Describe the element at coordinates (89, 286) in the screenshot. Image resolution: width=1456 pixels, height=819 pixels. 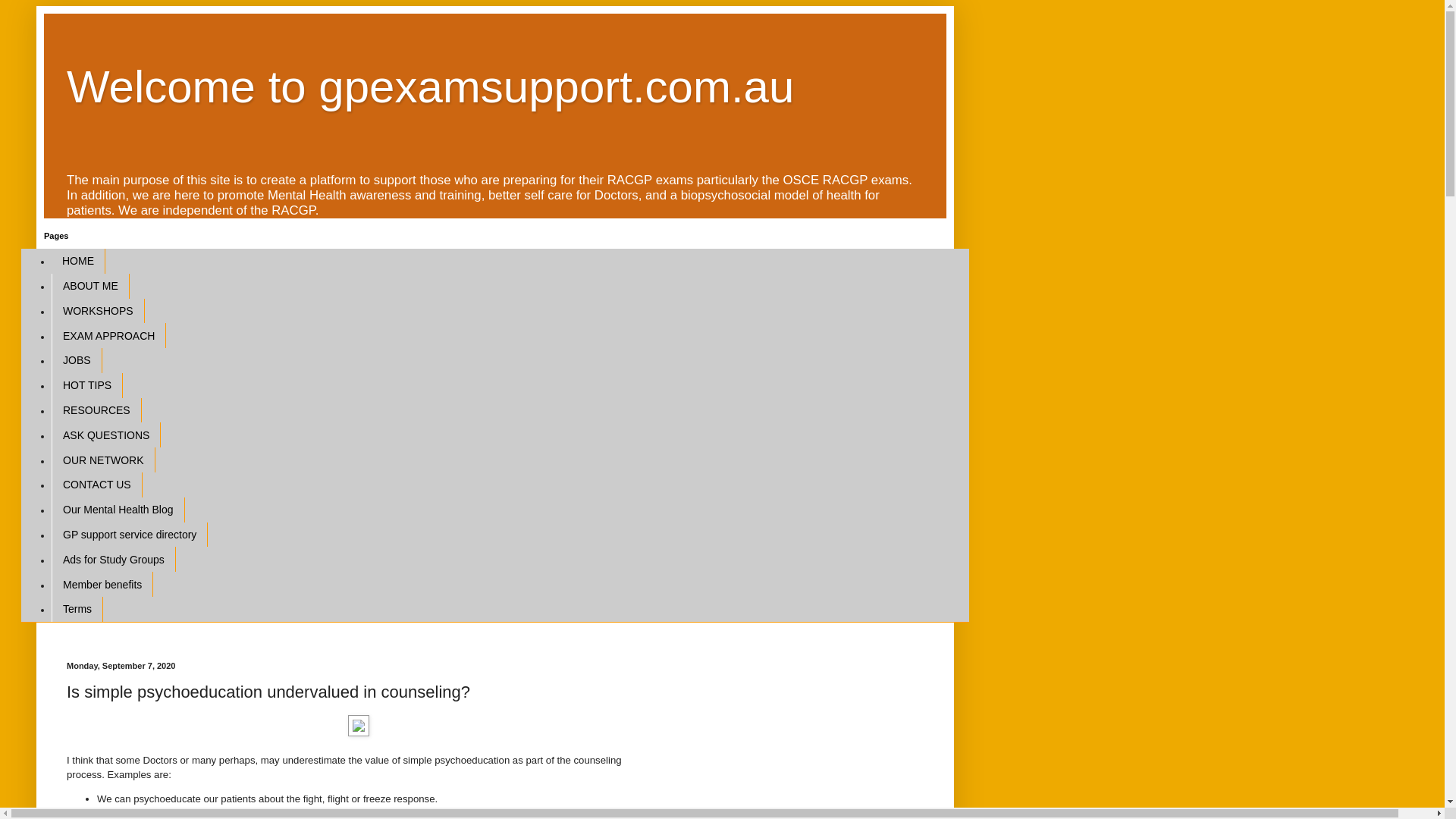
I see `'ABOUT ME'` at that location.